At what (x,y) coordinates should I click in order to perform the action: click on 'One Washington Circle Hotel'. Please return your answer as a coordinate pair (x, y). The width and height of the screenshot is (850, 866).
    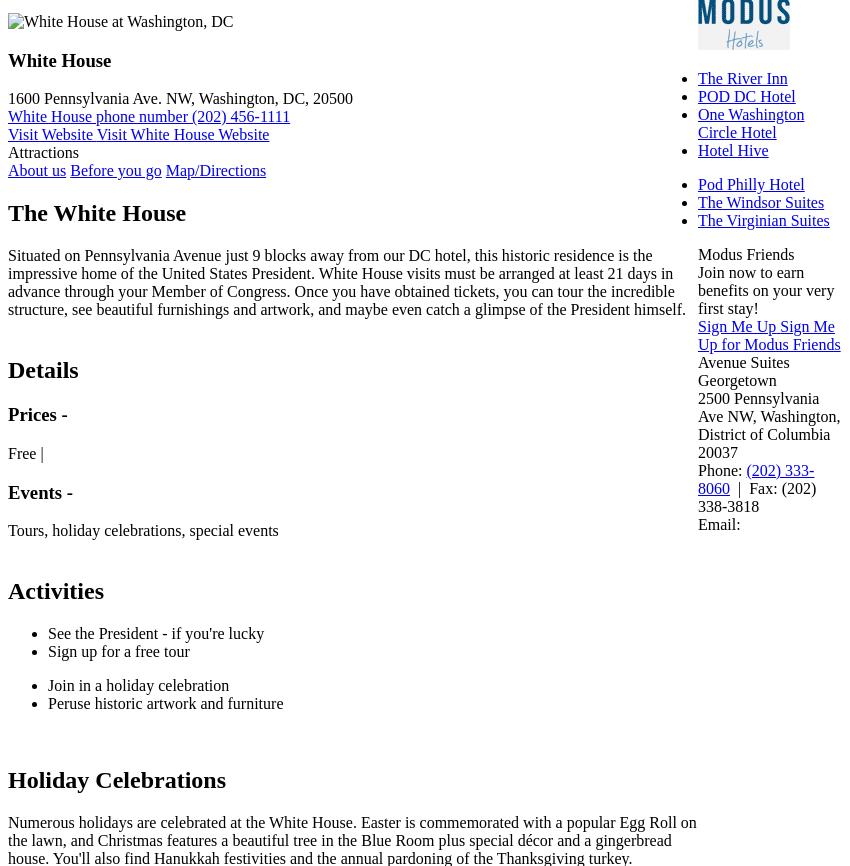
    Looking at the image, I should click on (750, 123).